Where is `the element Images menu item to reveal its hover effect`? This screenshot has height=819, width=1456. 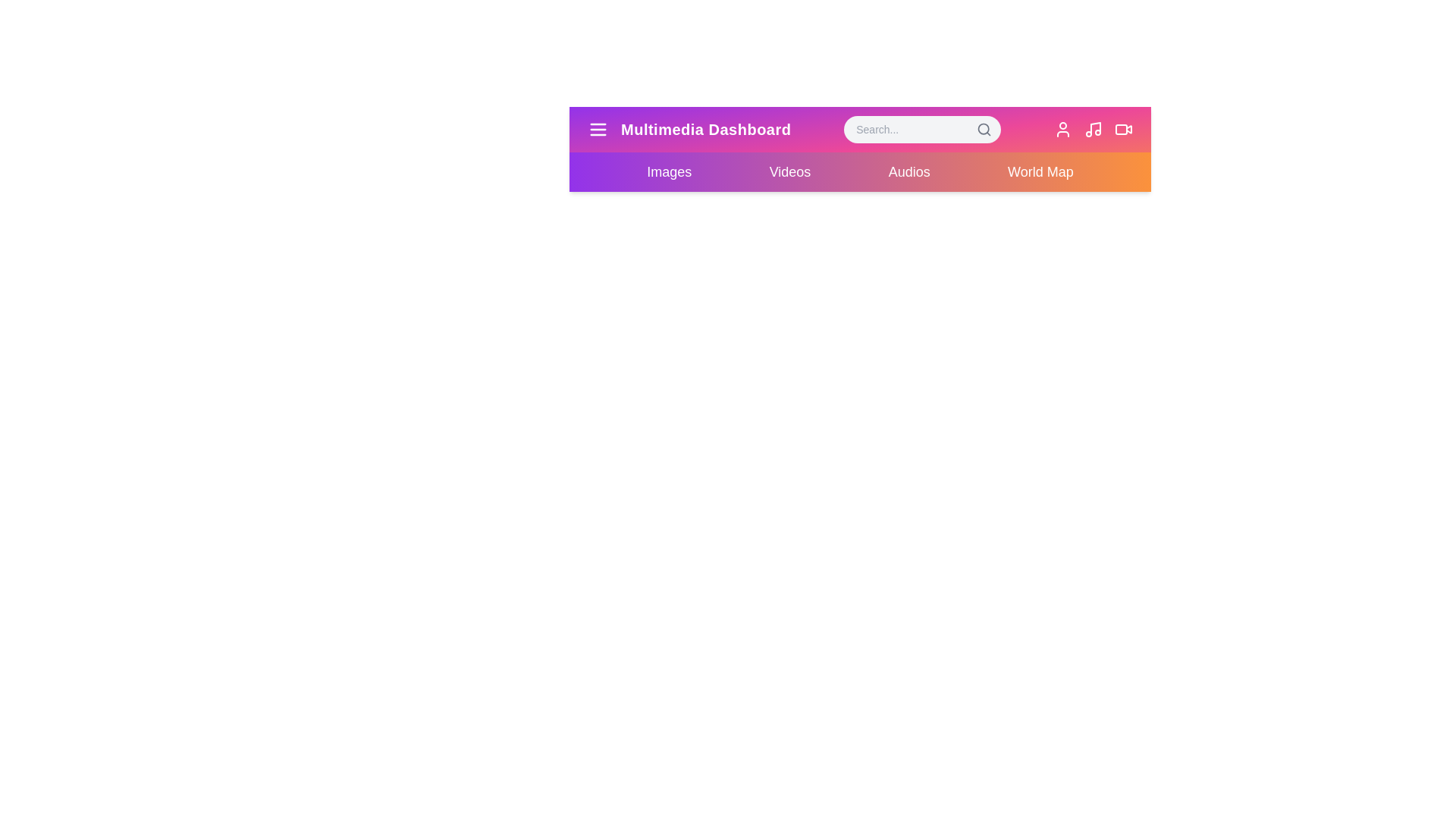 the element Images menu item to reveal its hover effect is located at coordinates (668, 171).